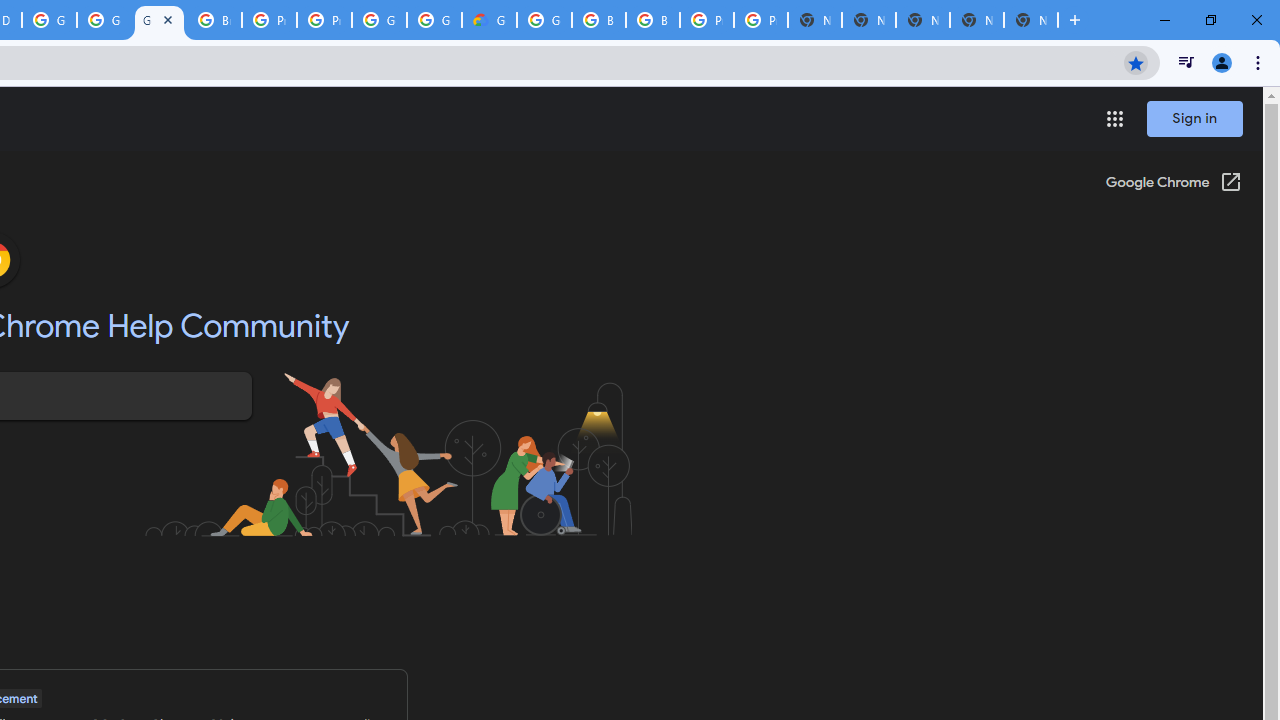 This screenshot has width=1280, height=720. What do you see at coordinates (1185, 61) in the screenshot?
I see `'Control your music, videos, and more'` at bounding box center [1185, 61].